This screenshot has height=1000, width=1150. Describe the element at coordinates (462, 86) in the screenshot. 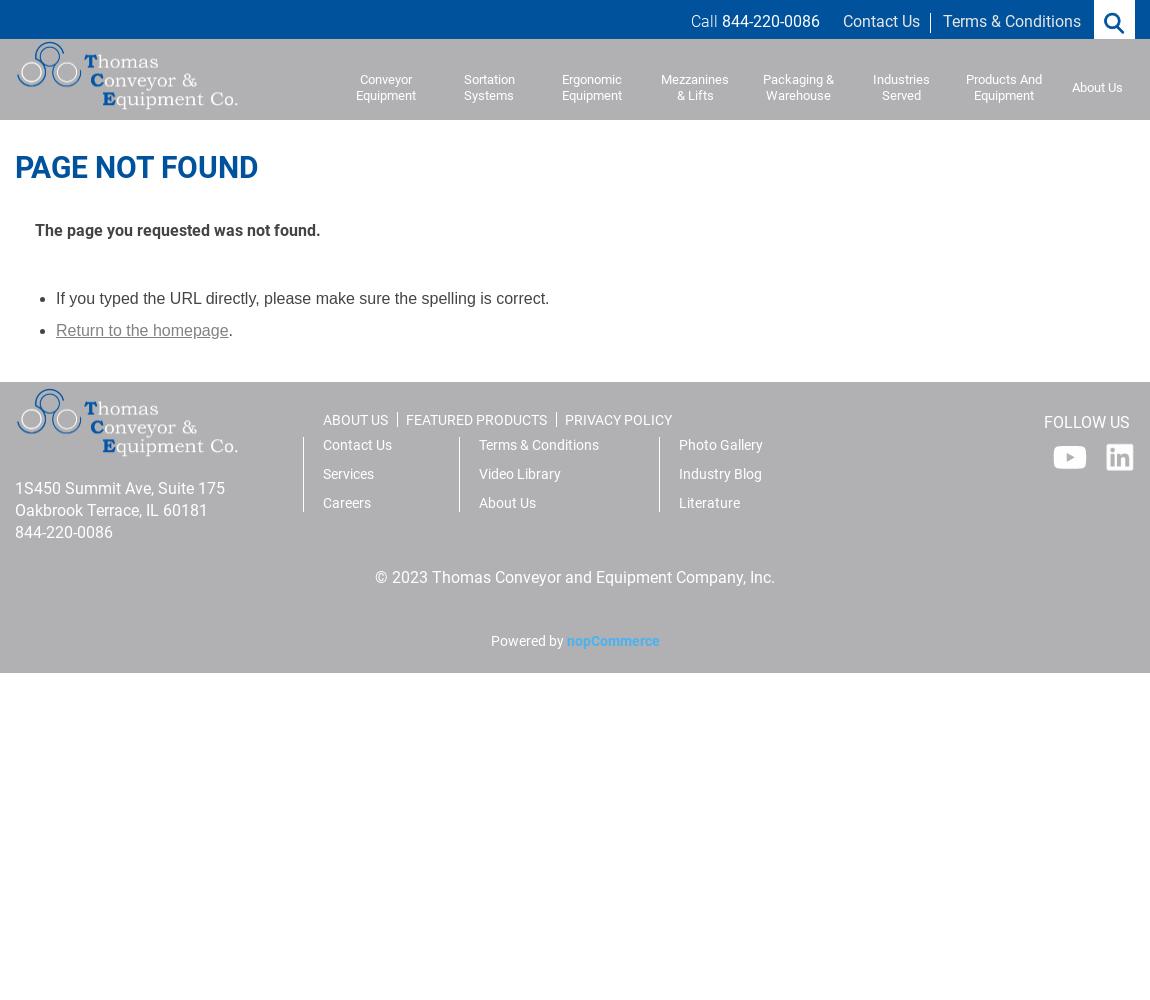

I see `'Sortation Systems'` at that location.